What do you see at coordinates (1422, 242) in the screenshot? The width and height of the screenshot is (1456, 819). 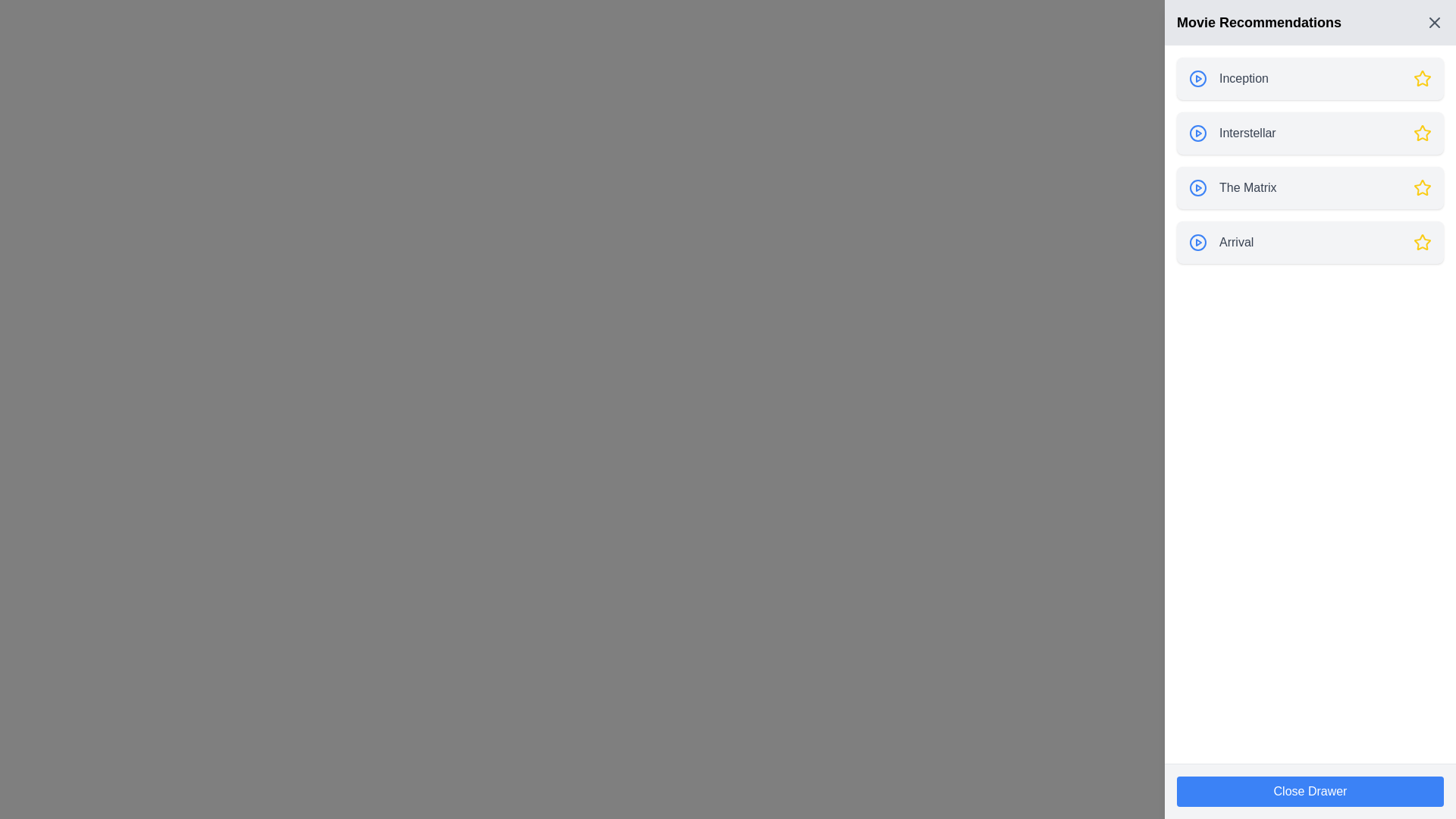 I see `the fifth star icon in the 'Arrival' movie entry within the 'Movie Recommendations' section to rate or favorite the movie` at bounding box center [1422, 242].